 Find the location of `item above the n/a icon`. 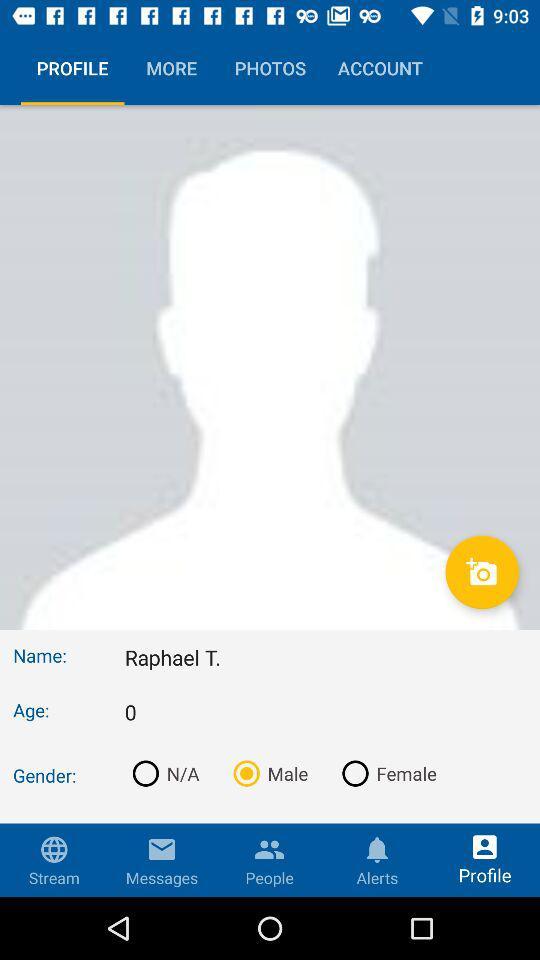

item above the n/a icon is located at coordinates (325, 712).